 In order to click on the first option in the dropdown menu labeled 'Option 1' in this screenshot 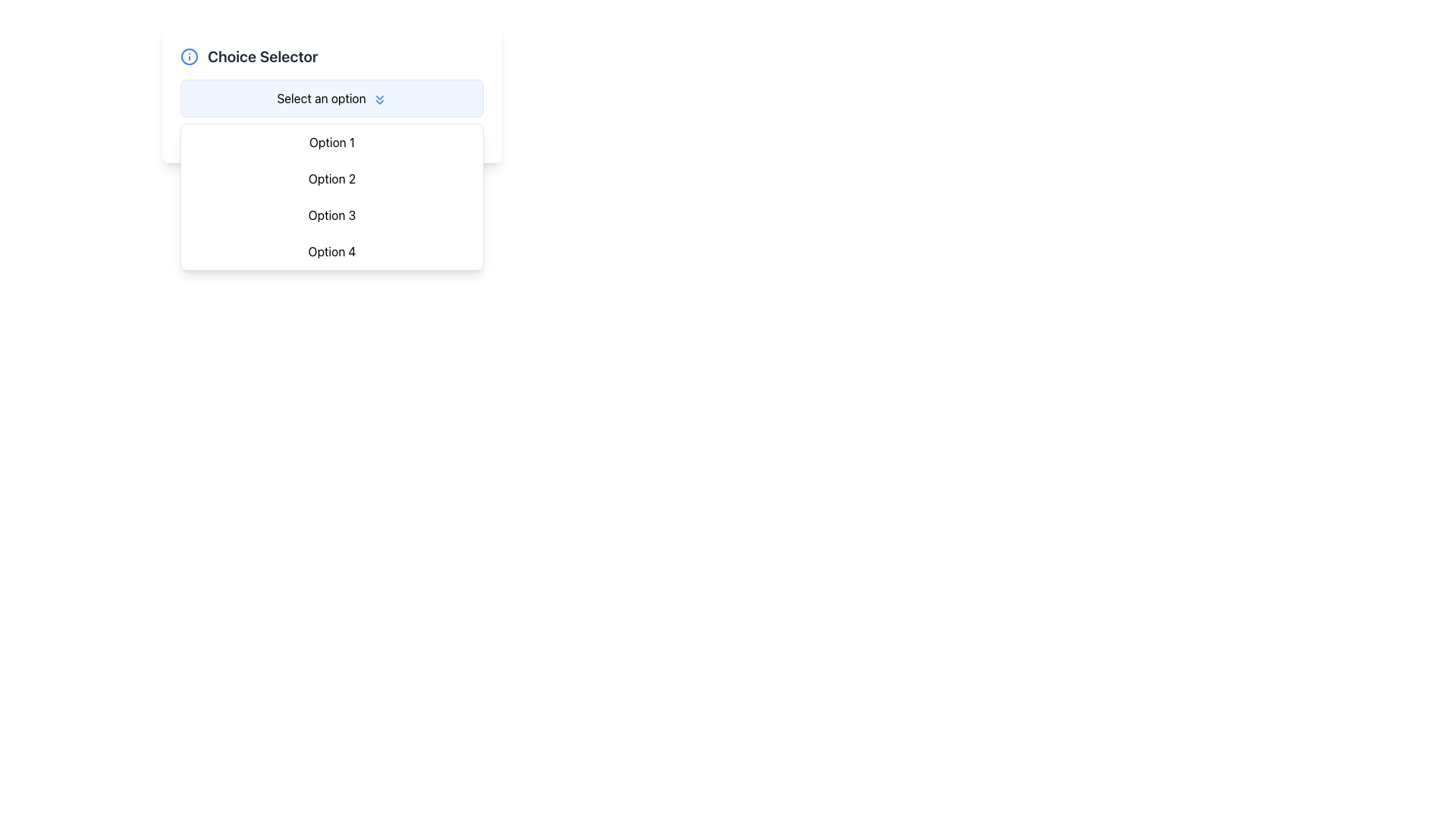, I will do `click(331, 143)`.